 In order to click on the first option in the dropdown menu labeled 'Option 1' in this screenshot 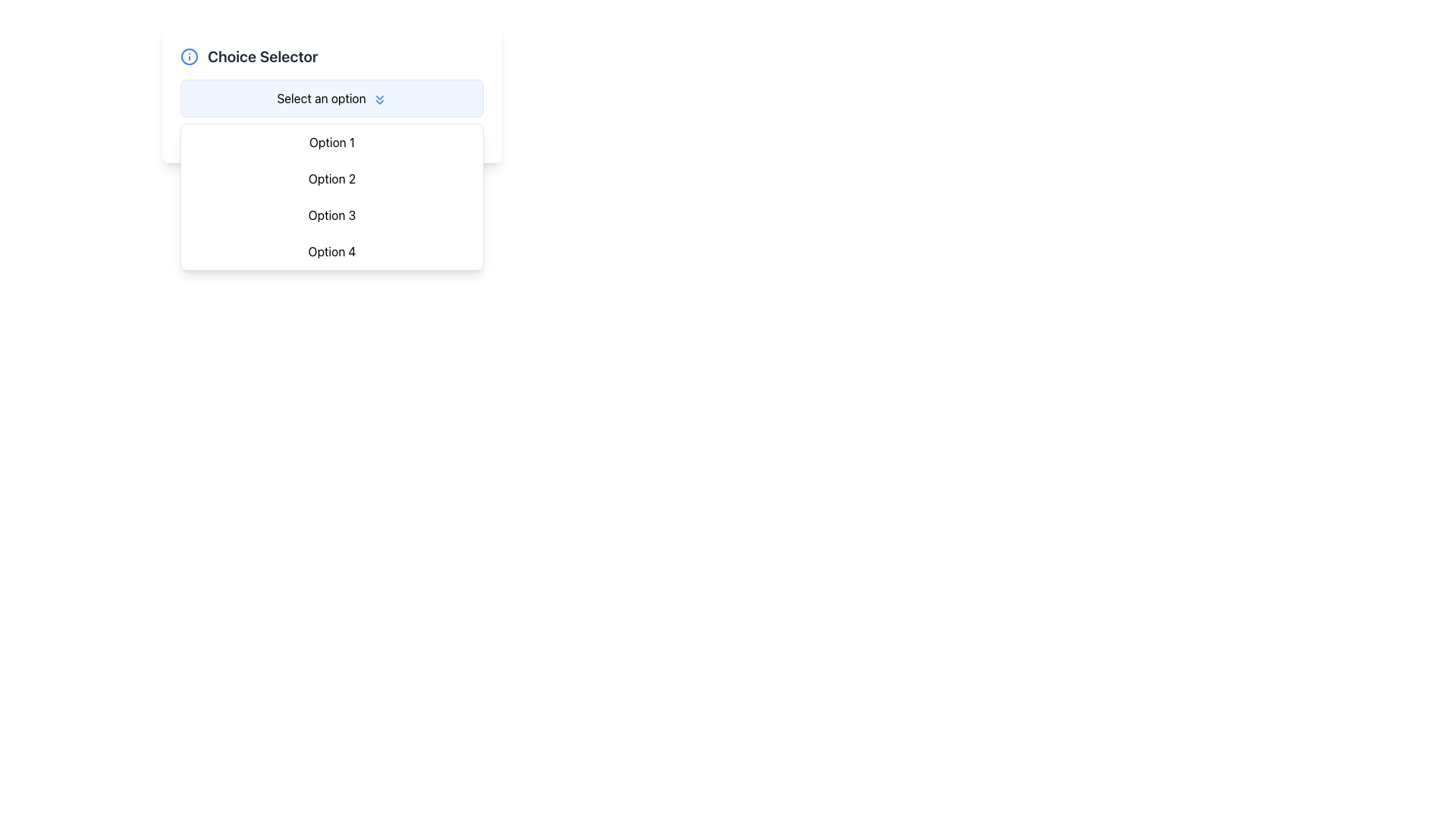, I will do `click(331, 143)`.